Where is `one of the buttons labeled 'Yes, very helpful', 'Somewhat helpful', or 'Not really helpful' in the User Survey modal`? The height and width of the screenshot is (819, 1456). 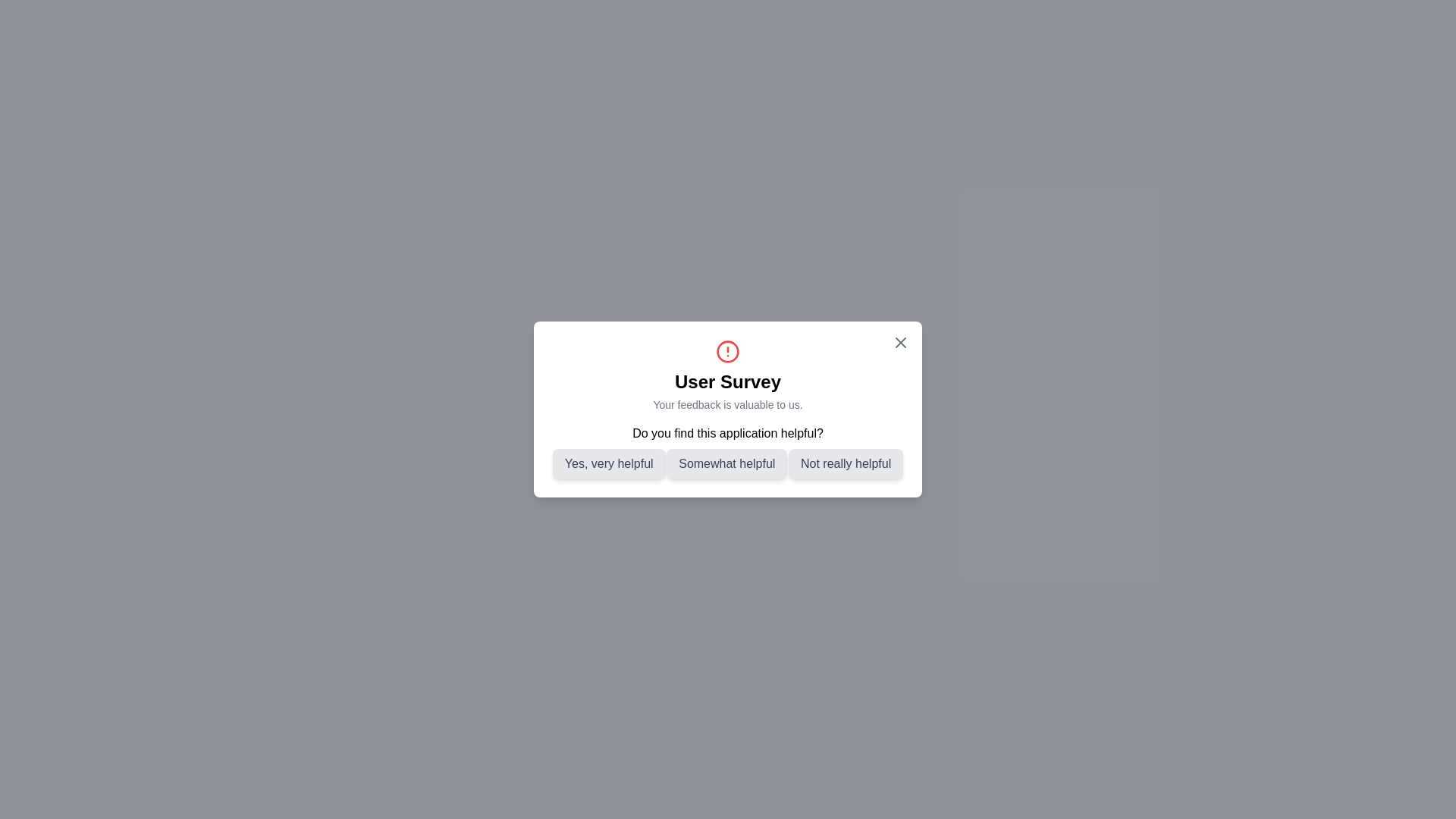
one of the buttons labeled 'Yes, very helpful', 'Somewhat helpful', or 'Not really helpful' in the User Survey modal is located at coordinates (728, 451).